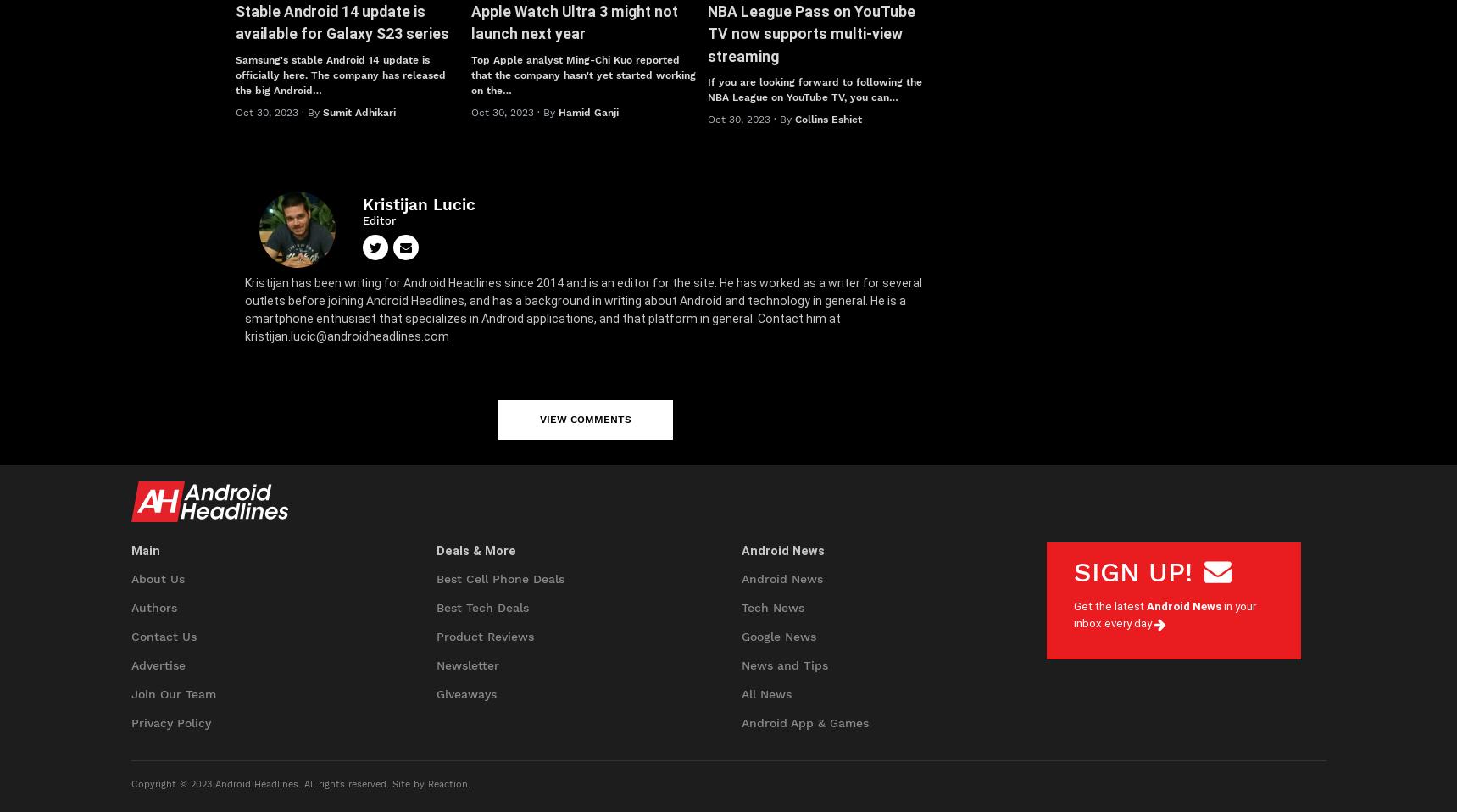 This screenshot has height=812, width=1457. I want to click on 'Copyright © 2023 Android Headlines. All rights reserved. Site by Reaction.', so click(131, 783).